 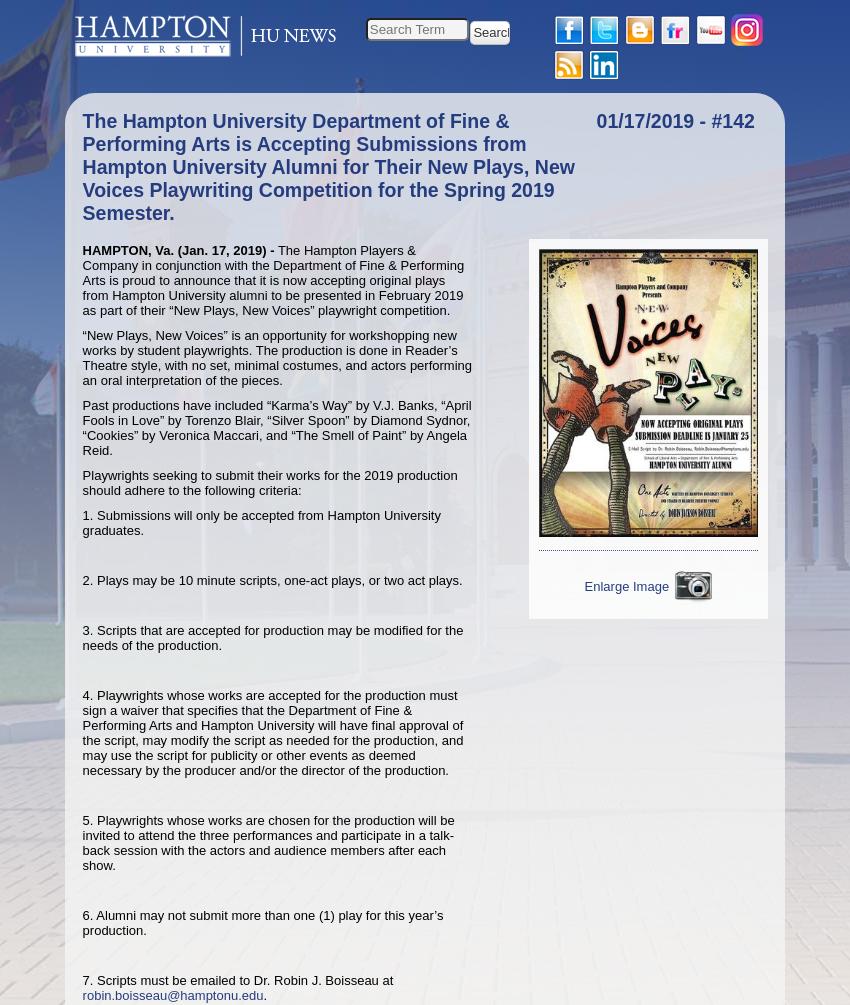 I want to click on '1. Submissions will only be accepted from Hampton University graduates.', so click(x=260, y=520).